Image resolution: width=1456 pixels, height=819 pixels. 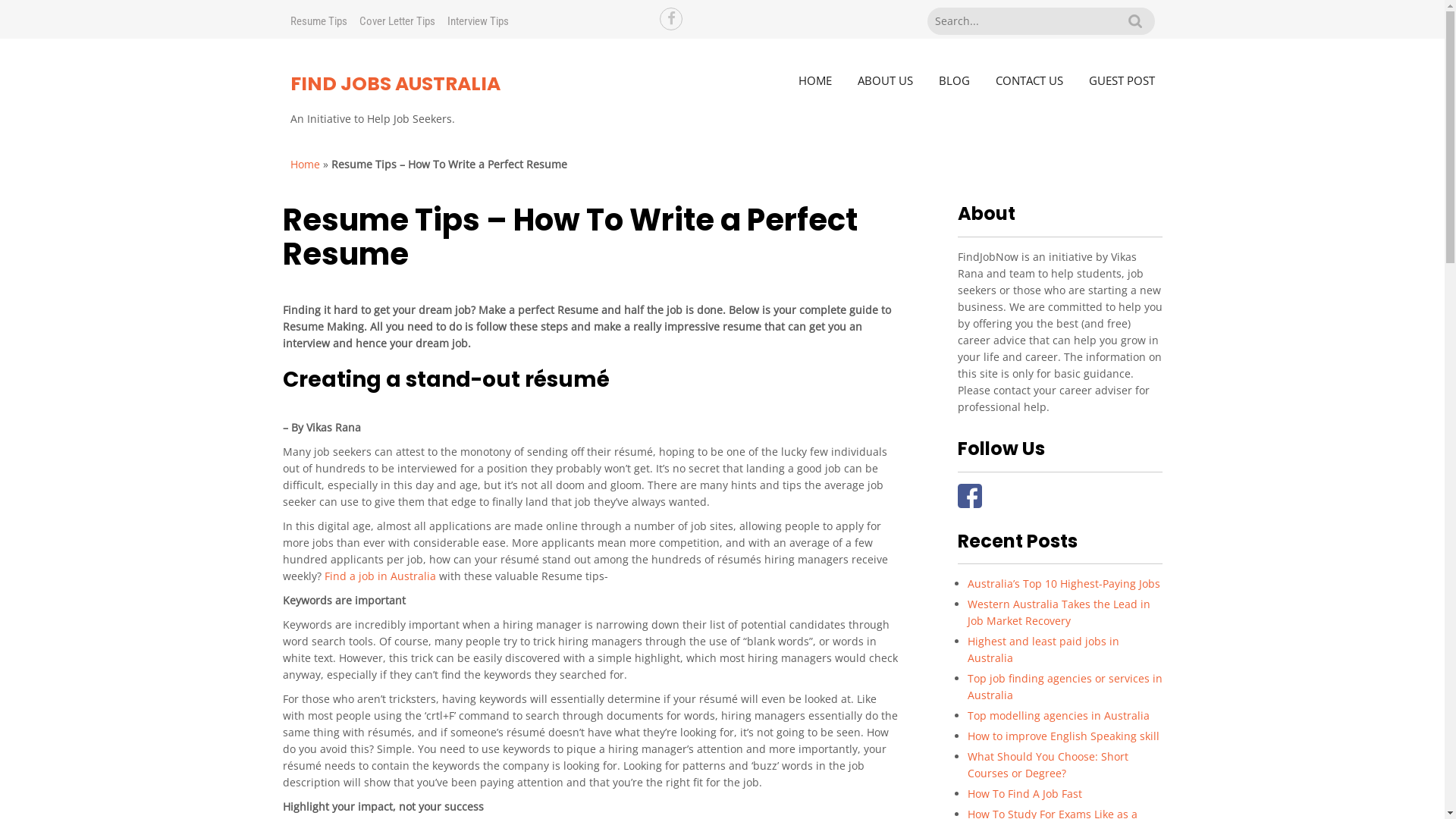 I want to click on 'Search', so click(x=1127, y=20).